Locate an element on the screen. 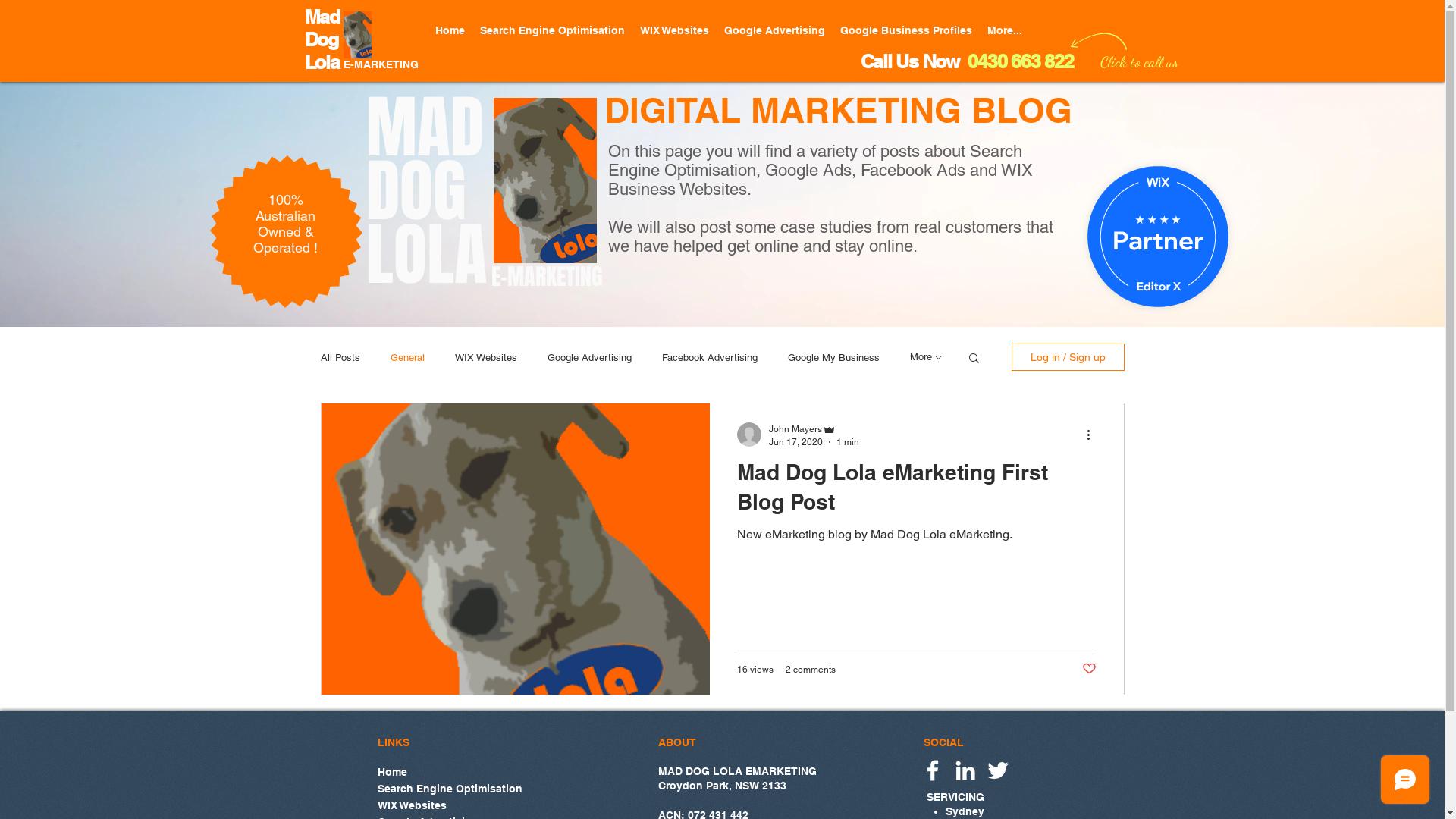 The image size is (1456, 819). 'Google Business Profiles' is located at coordinates (906, 30).